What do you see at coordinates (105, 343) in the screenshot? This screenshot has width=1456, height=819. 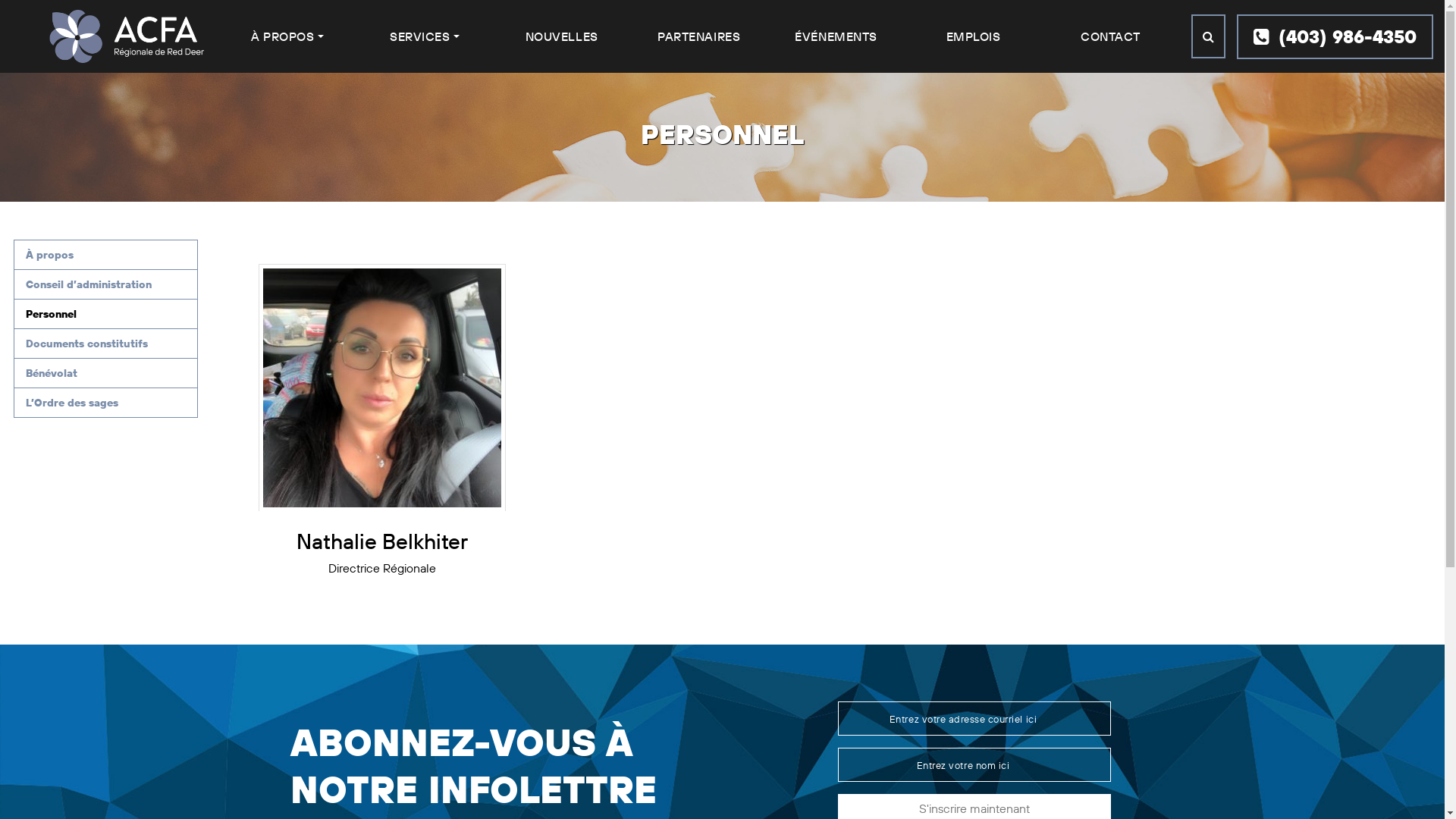 I see `'Documents constitutifs'` at bounding box center [105, 343].